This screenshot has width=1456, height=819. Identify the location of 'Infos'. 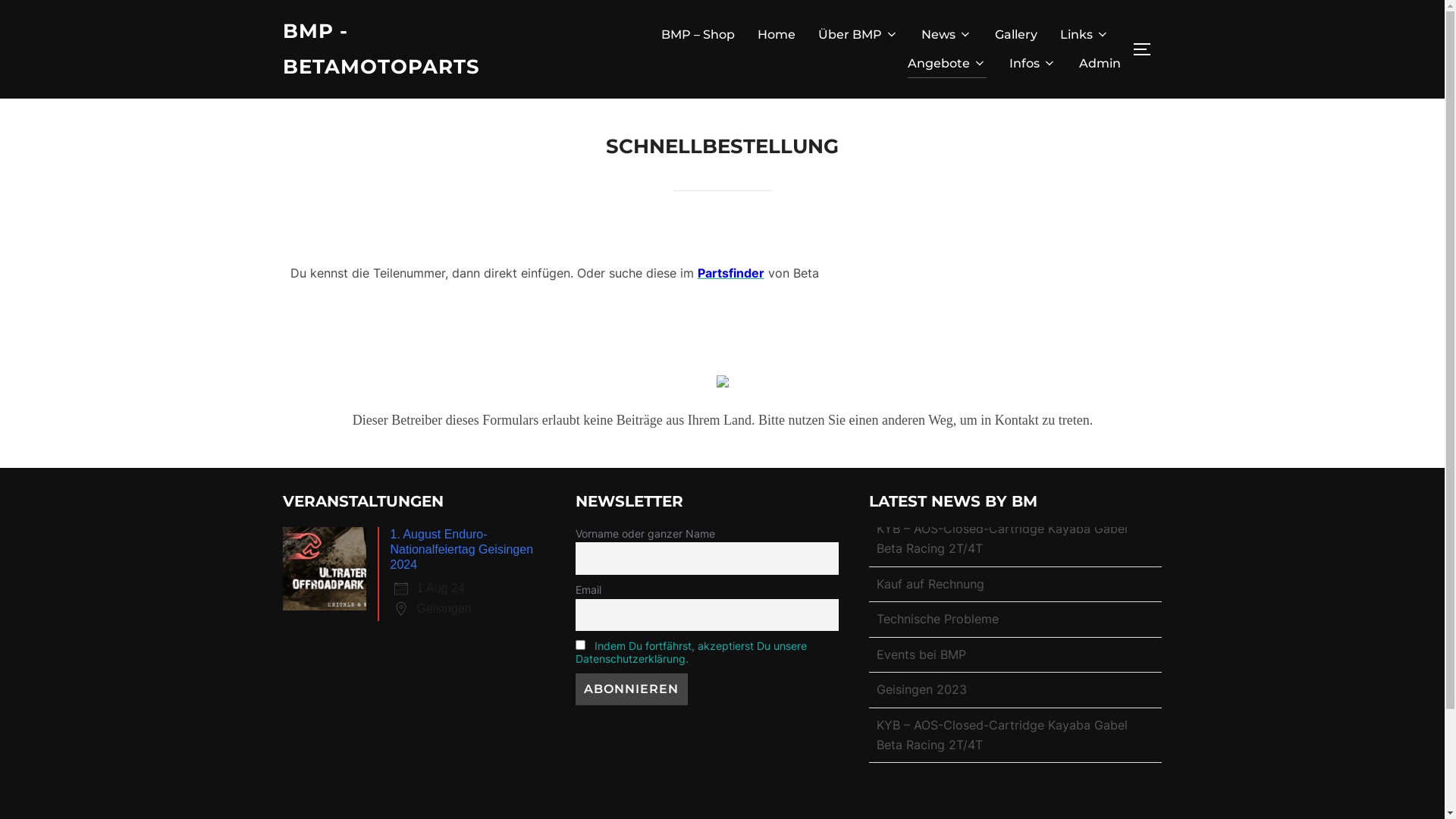
(1031, 63).